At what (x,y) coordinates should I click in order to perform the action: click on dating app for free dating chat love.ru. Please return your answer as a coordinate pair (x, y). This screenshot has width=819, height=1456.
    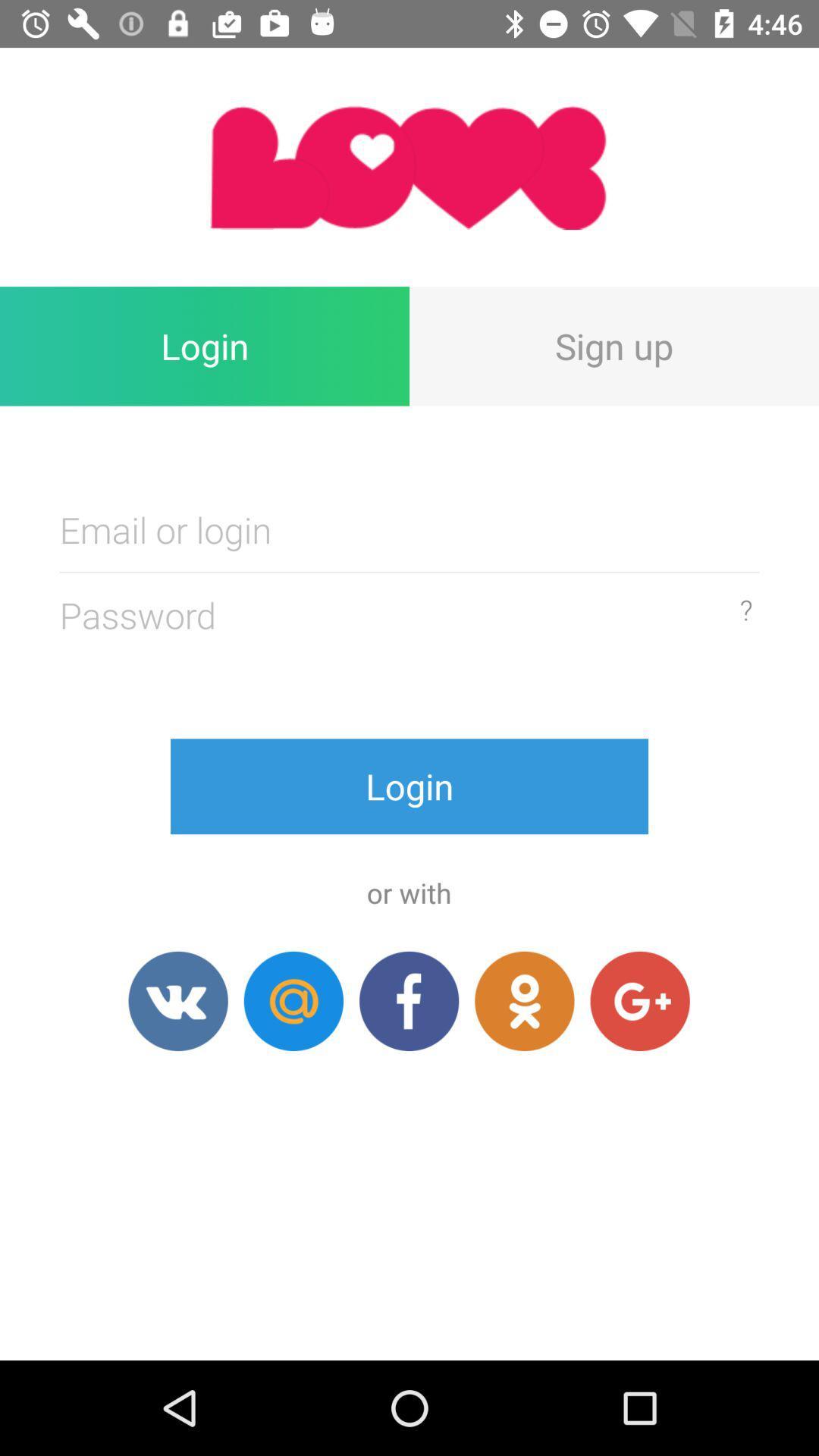
    Looking at the image, I should click on (177, 1001).